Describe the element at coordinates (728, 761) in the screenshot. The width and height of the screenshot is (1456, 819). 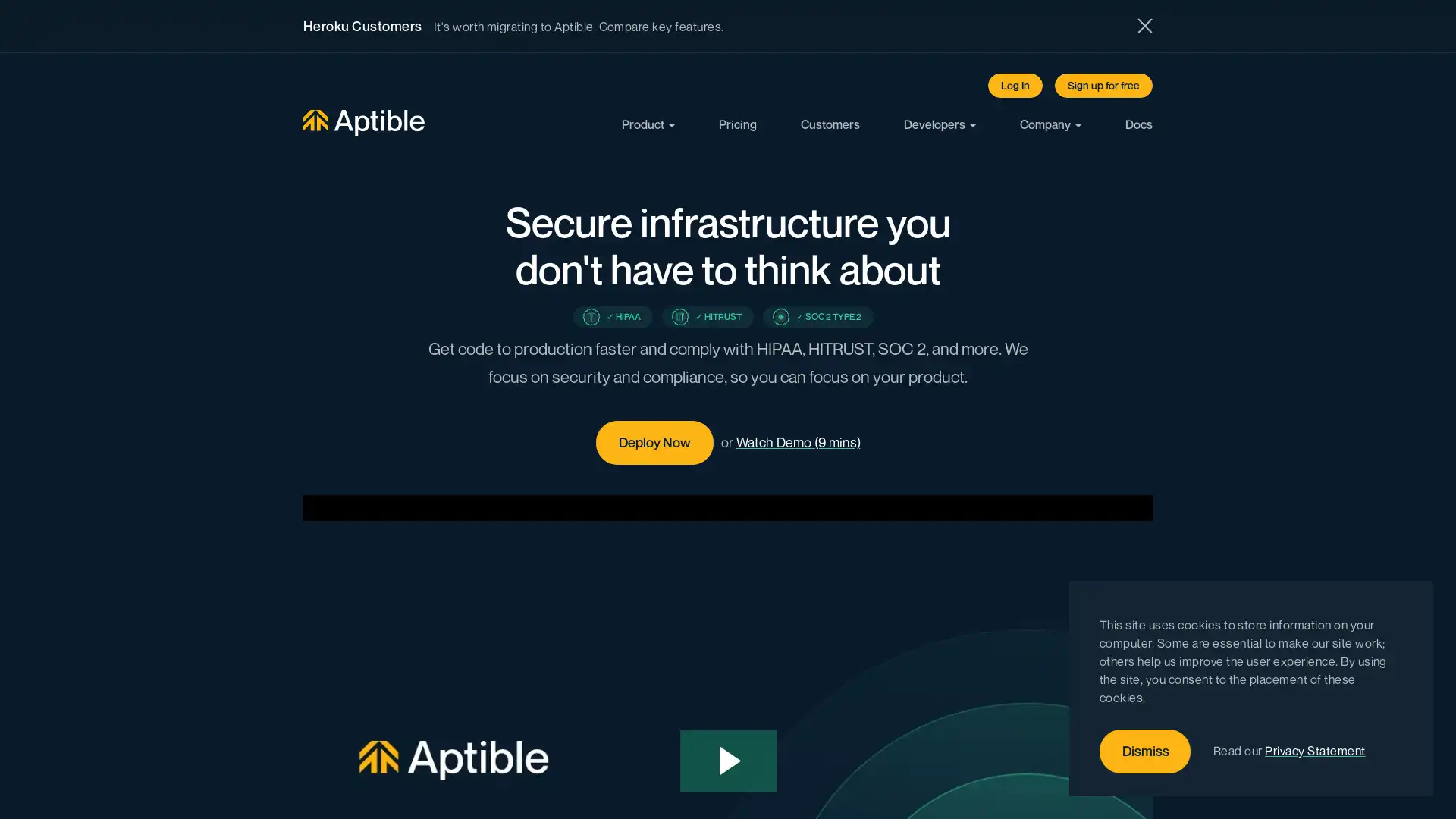
I see `Play` at that location.